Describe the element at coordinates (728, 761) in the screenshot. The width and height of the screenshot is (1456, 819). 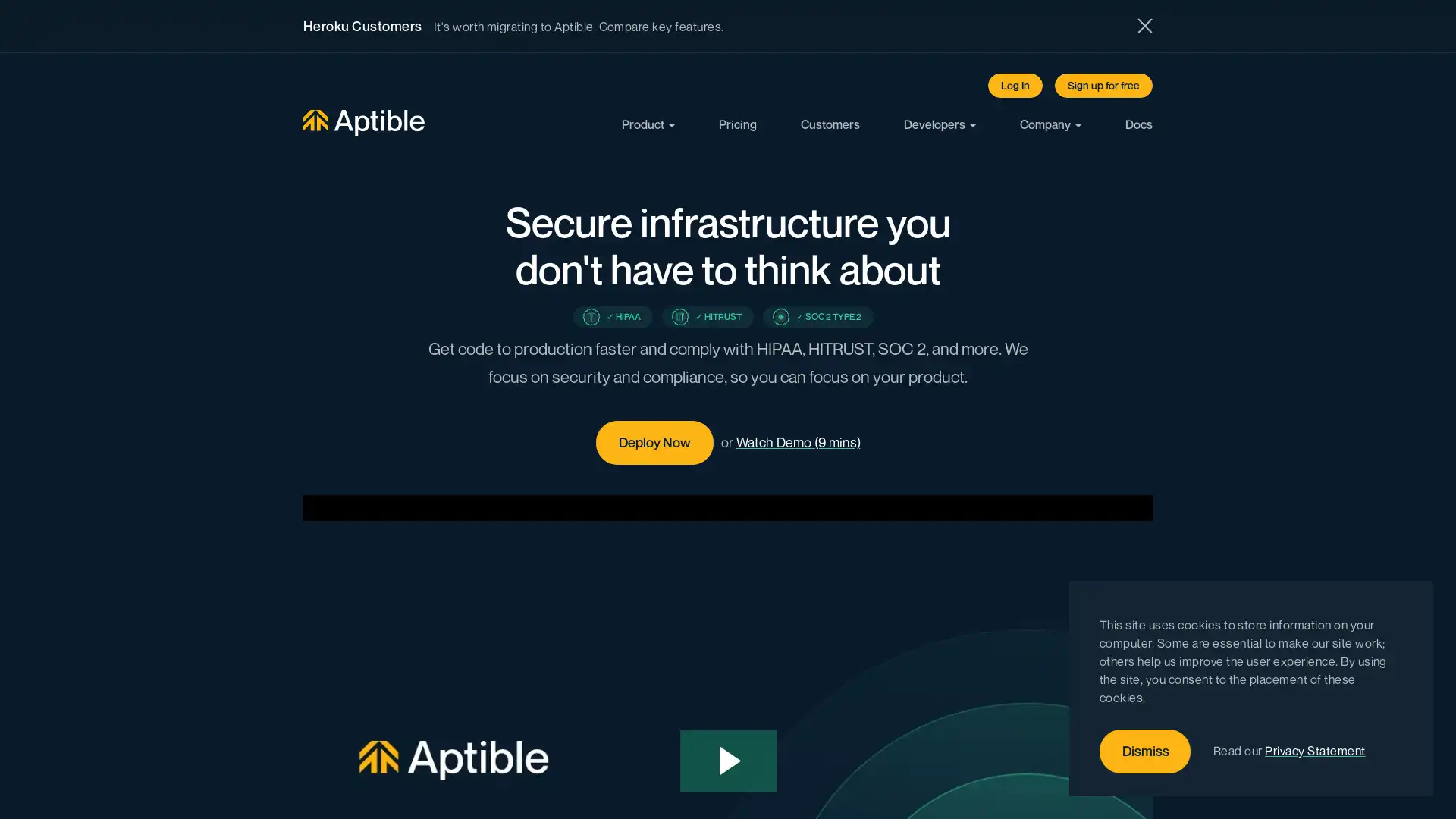
I see `Play` at that location.